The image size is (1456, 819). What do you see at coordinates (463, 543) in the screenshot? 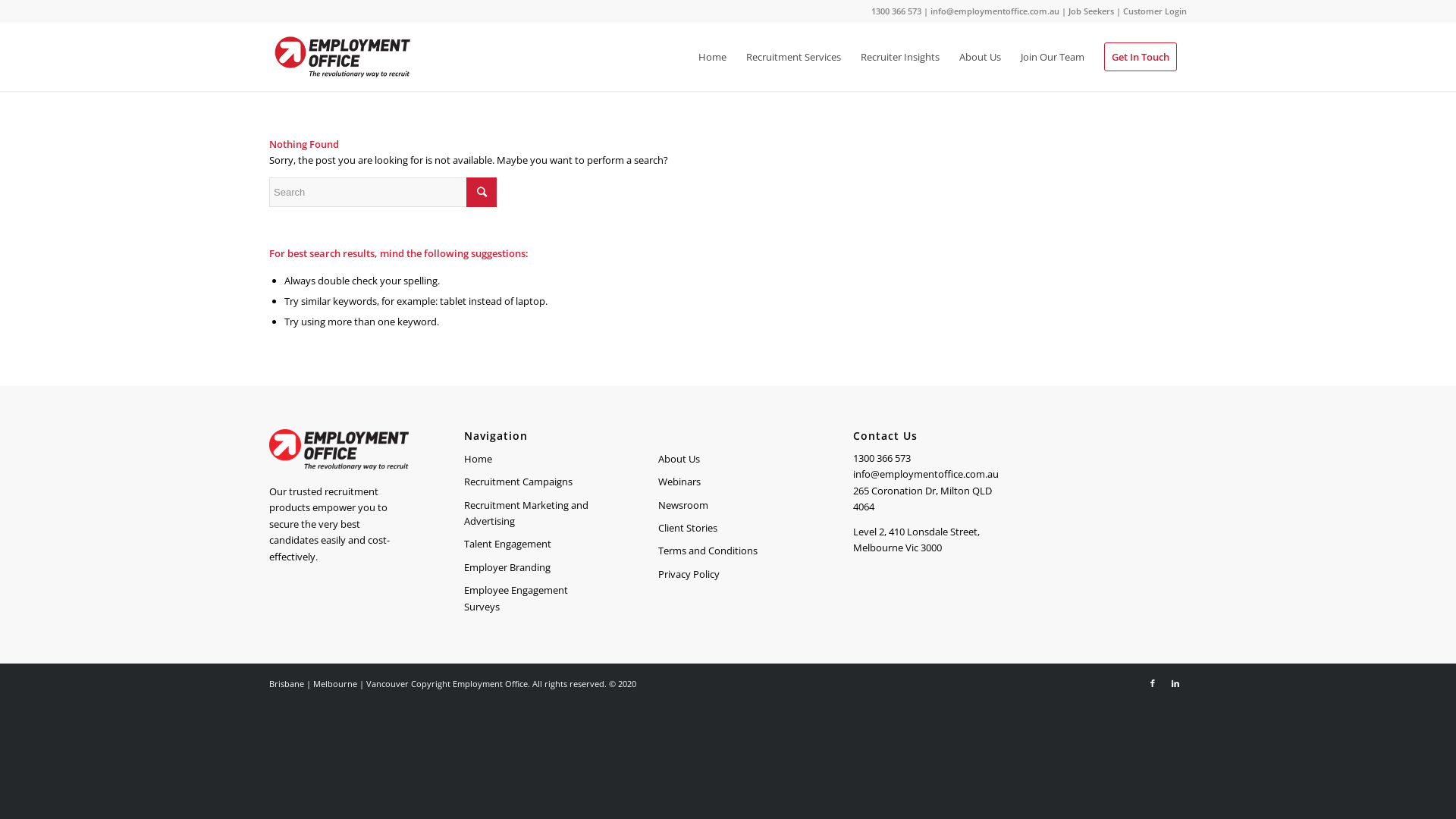
I see `'Talent Engagement'` at bounding box center [463, 543].